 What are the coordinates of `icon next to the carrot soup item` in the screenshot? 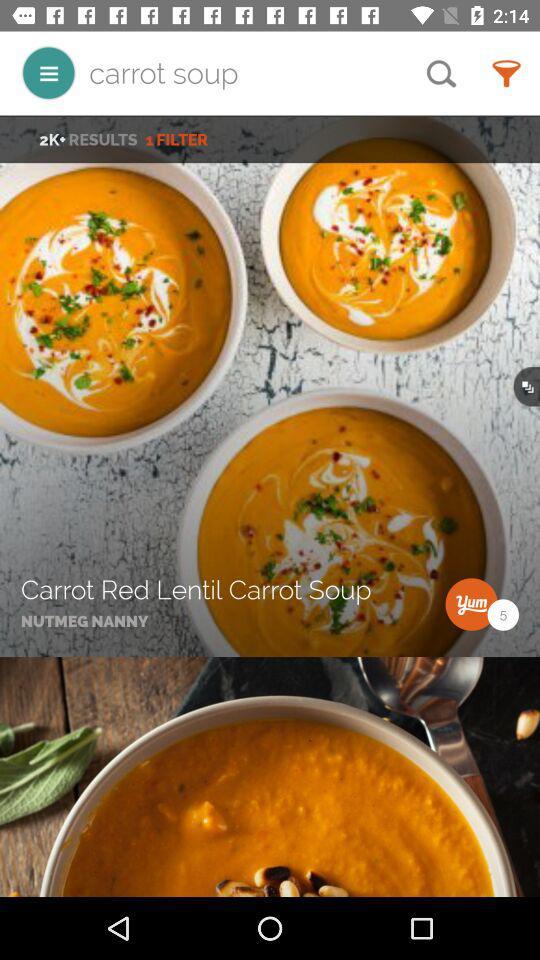 It's located at (48, 73).